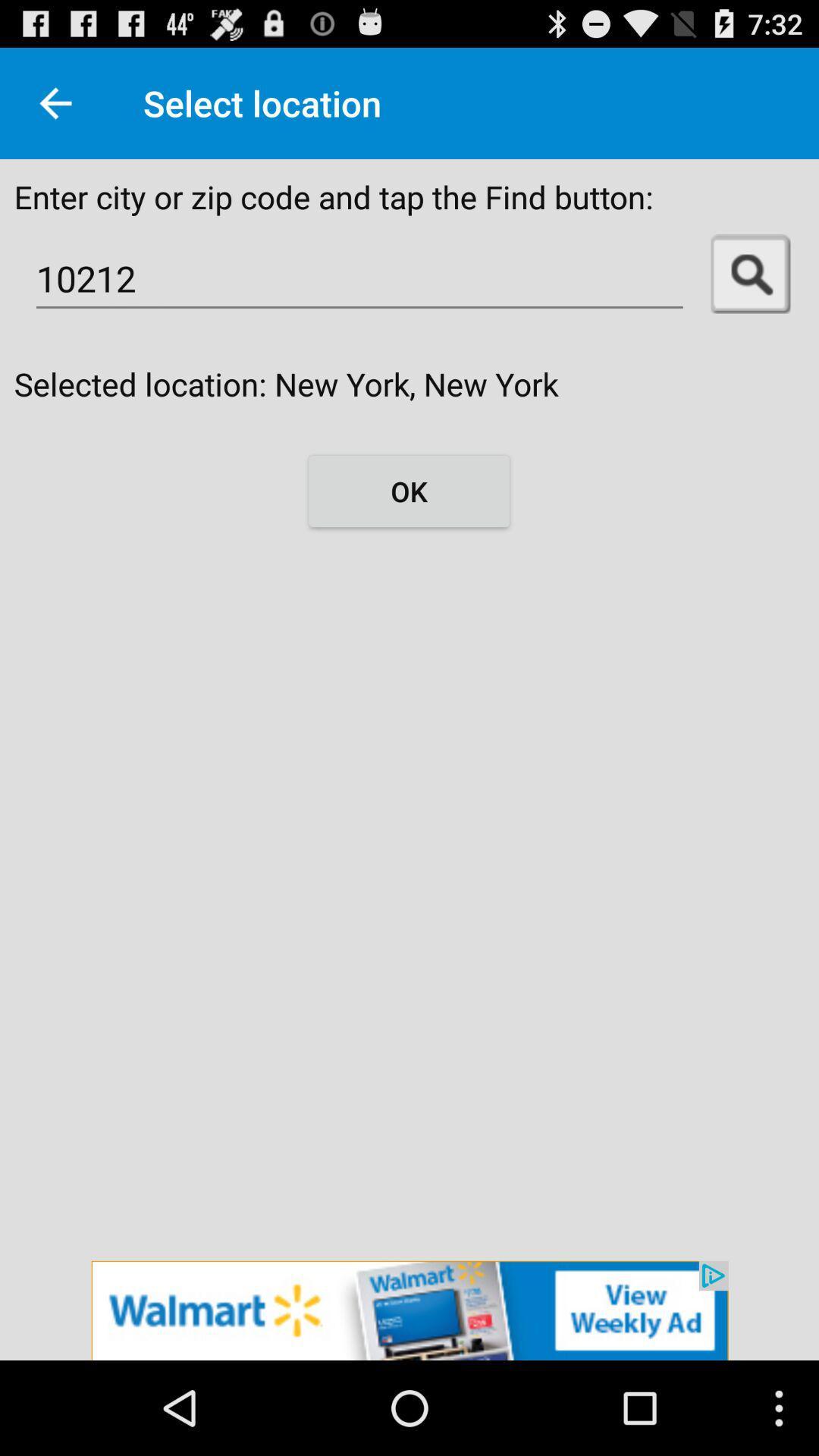  What do you see at coordinates (751, 274) in the screenshot?
I see `searce` at bounding box center [751, 274].